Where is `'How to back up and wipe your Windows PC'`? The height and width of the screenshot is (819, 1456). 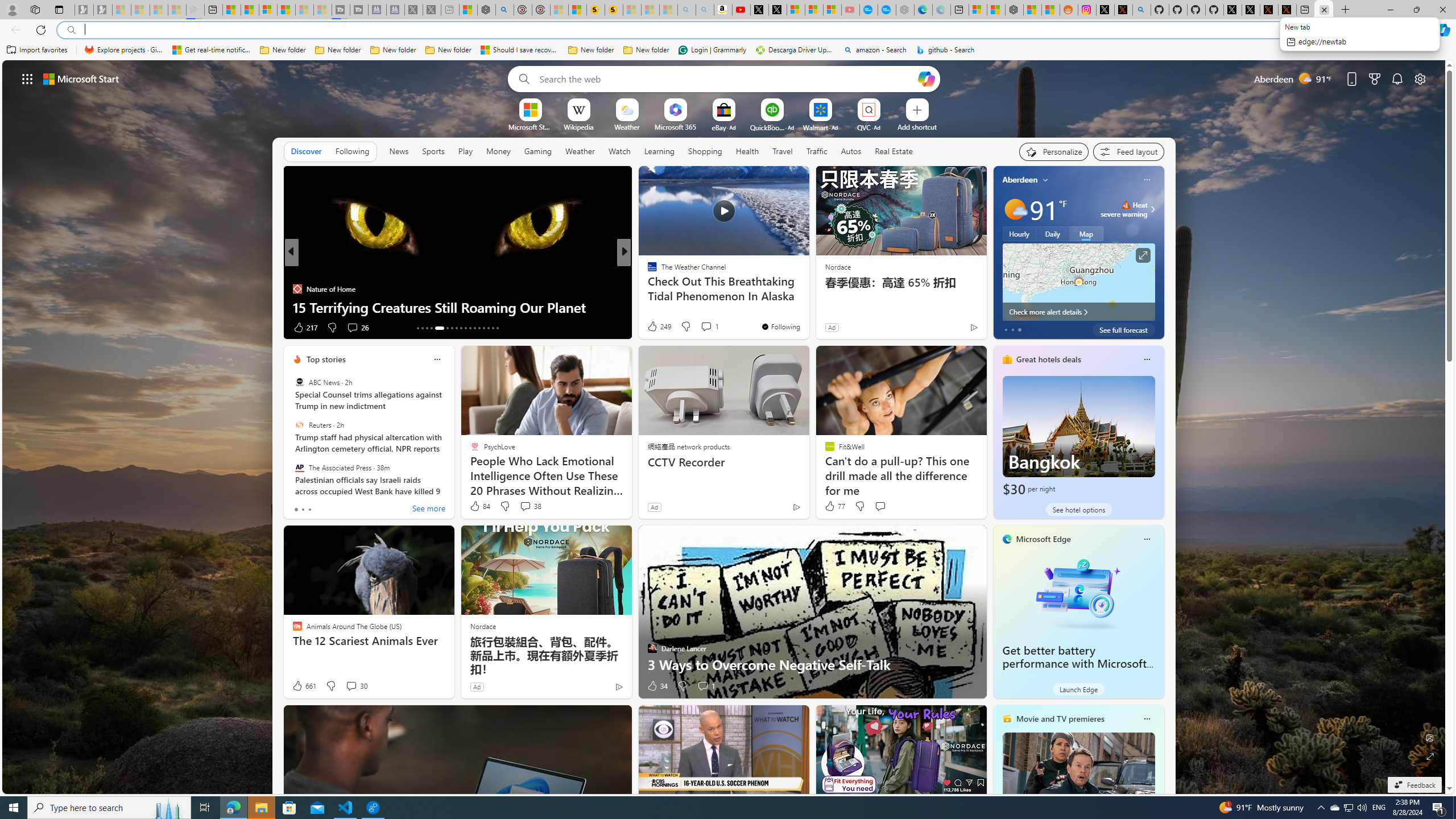 'How to back up and wipe your Windows PC' is located at coordinates (806, 307).